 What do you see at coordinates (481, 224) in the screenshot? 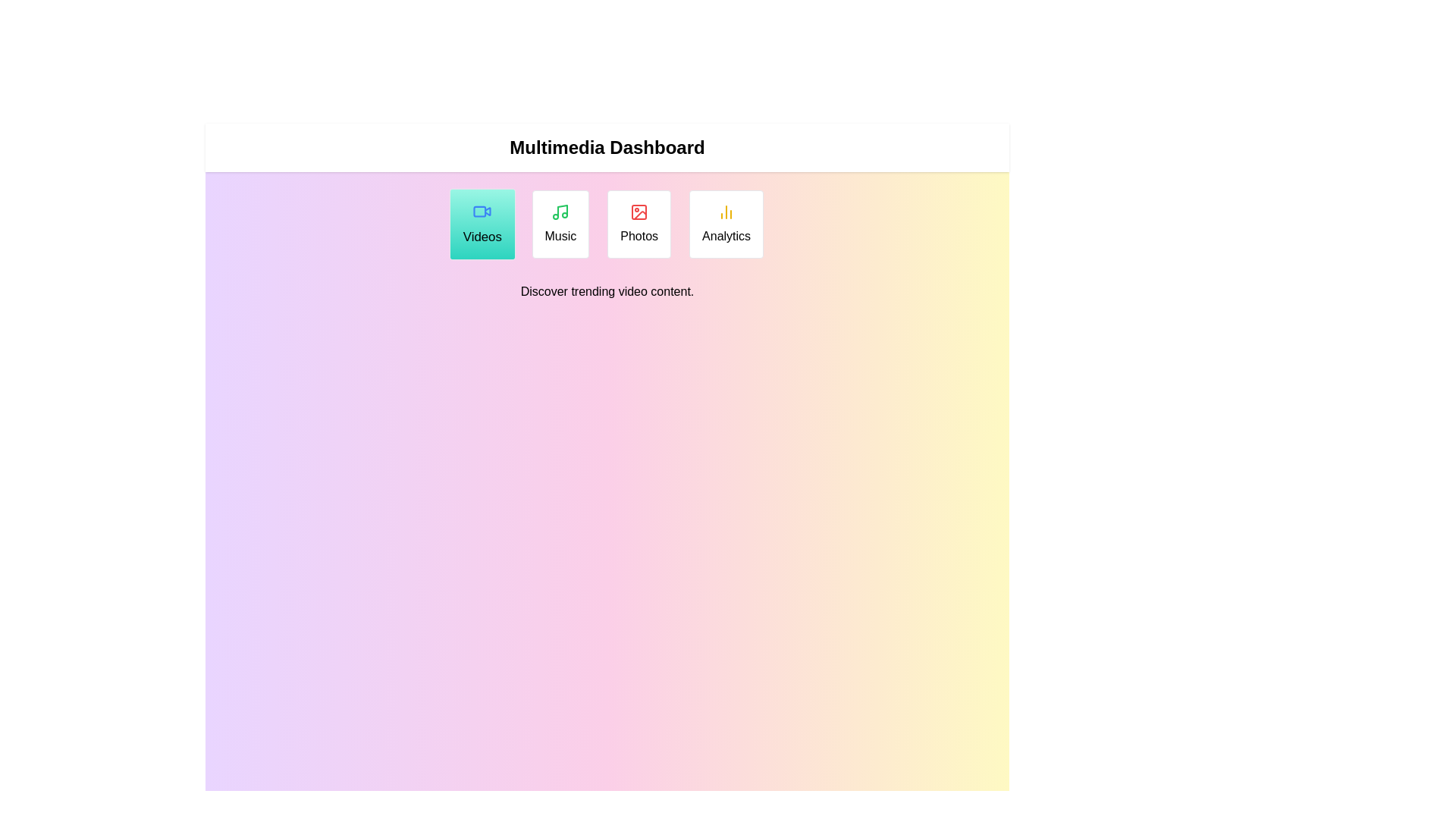
I see `the Videos tab to read its description` at bounding box center [481, 224].